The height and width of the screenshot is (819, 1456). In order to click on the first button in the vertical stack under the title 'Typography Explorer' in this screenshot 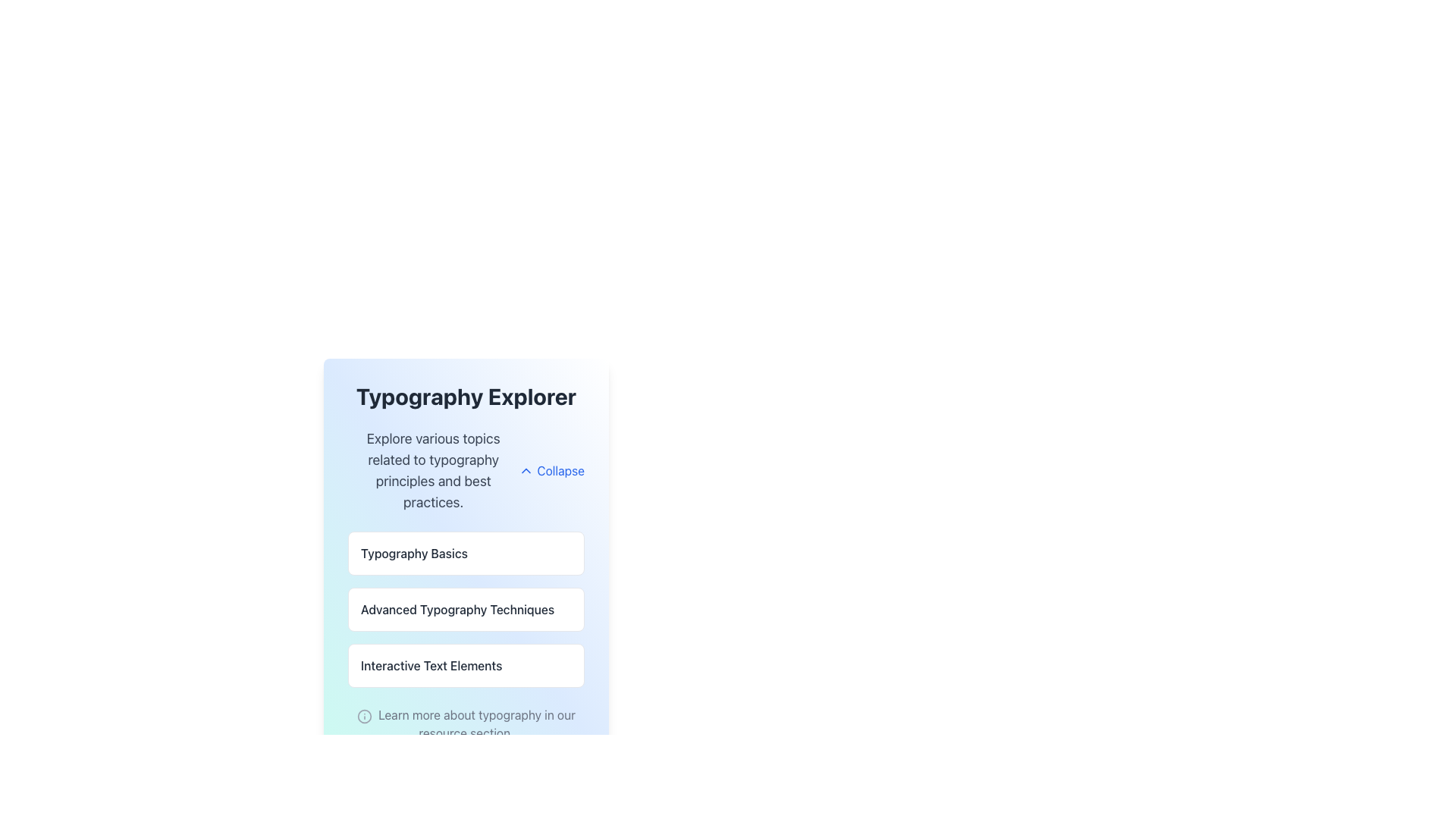, I will do `click(465, 562)`.